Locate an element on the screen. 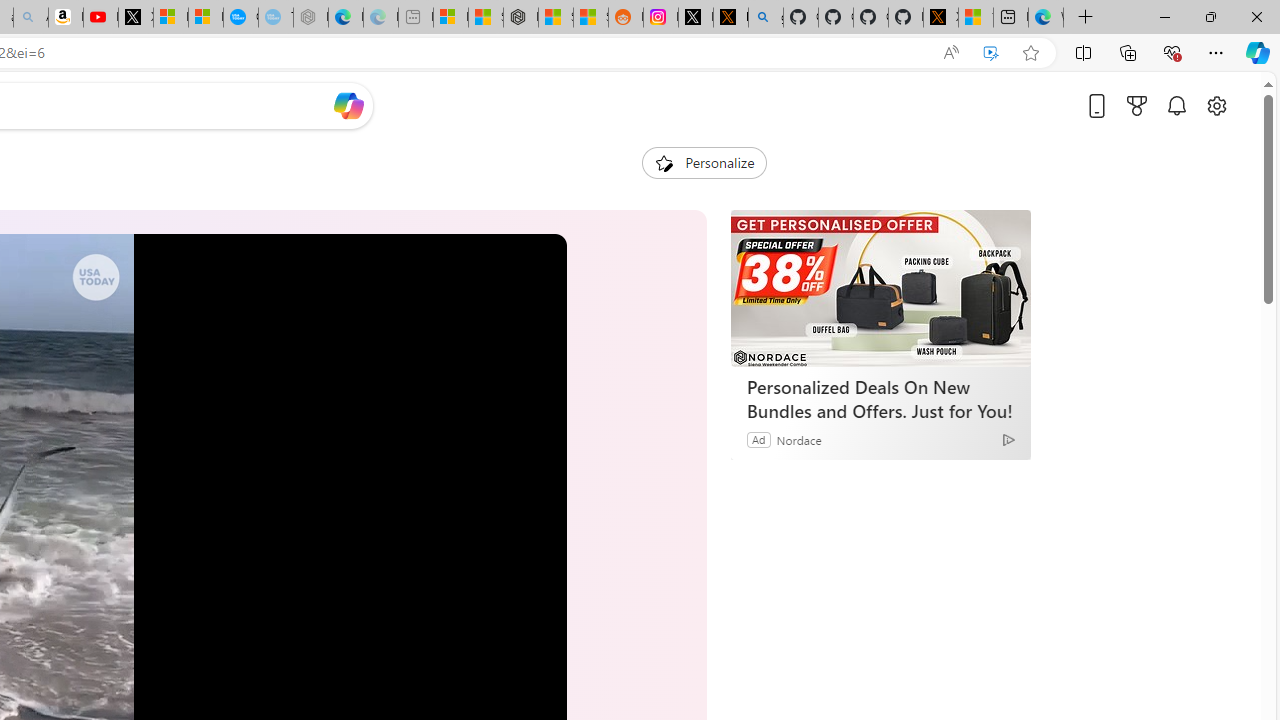 The width and height of the screenshot is (1280, 720). 'Microsoft rewards' is located at coordinates (1137, 105).